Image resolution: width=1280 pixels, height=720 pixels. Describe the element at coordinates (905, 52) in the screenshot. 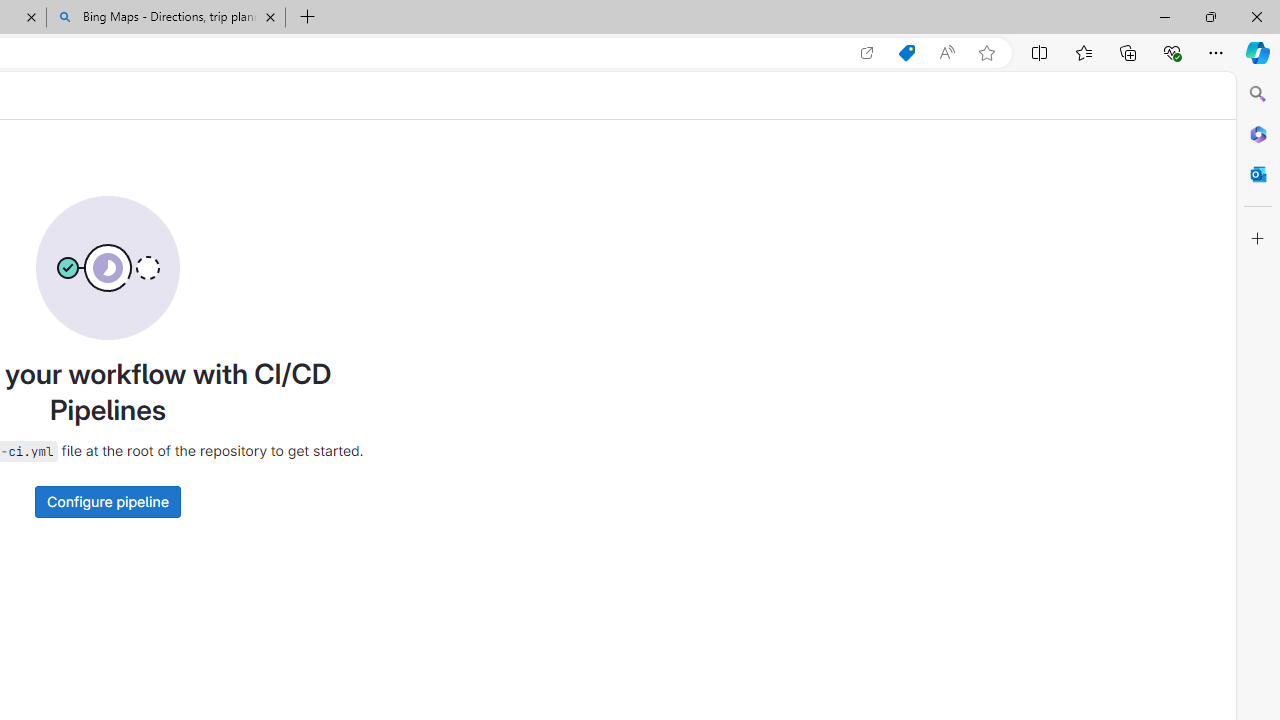

I see `'Shopping in Microsoft Edge'` at that location.